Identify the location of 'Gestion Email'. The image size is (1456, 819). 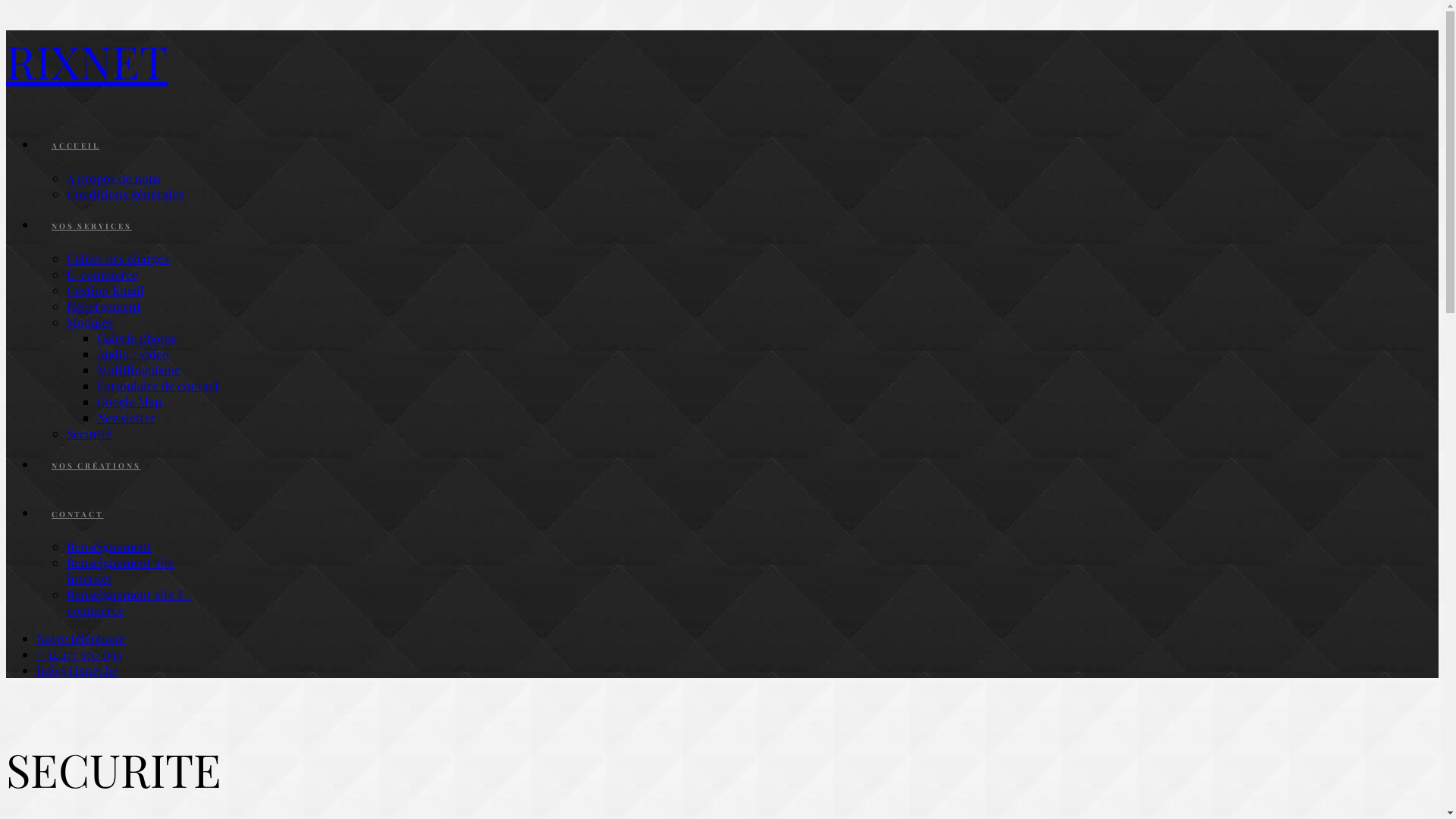
(105, 290).